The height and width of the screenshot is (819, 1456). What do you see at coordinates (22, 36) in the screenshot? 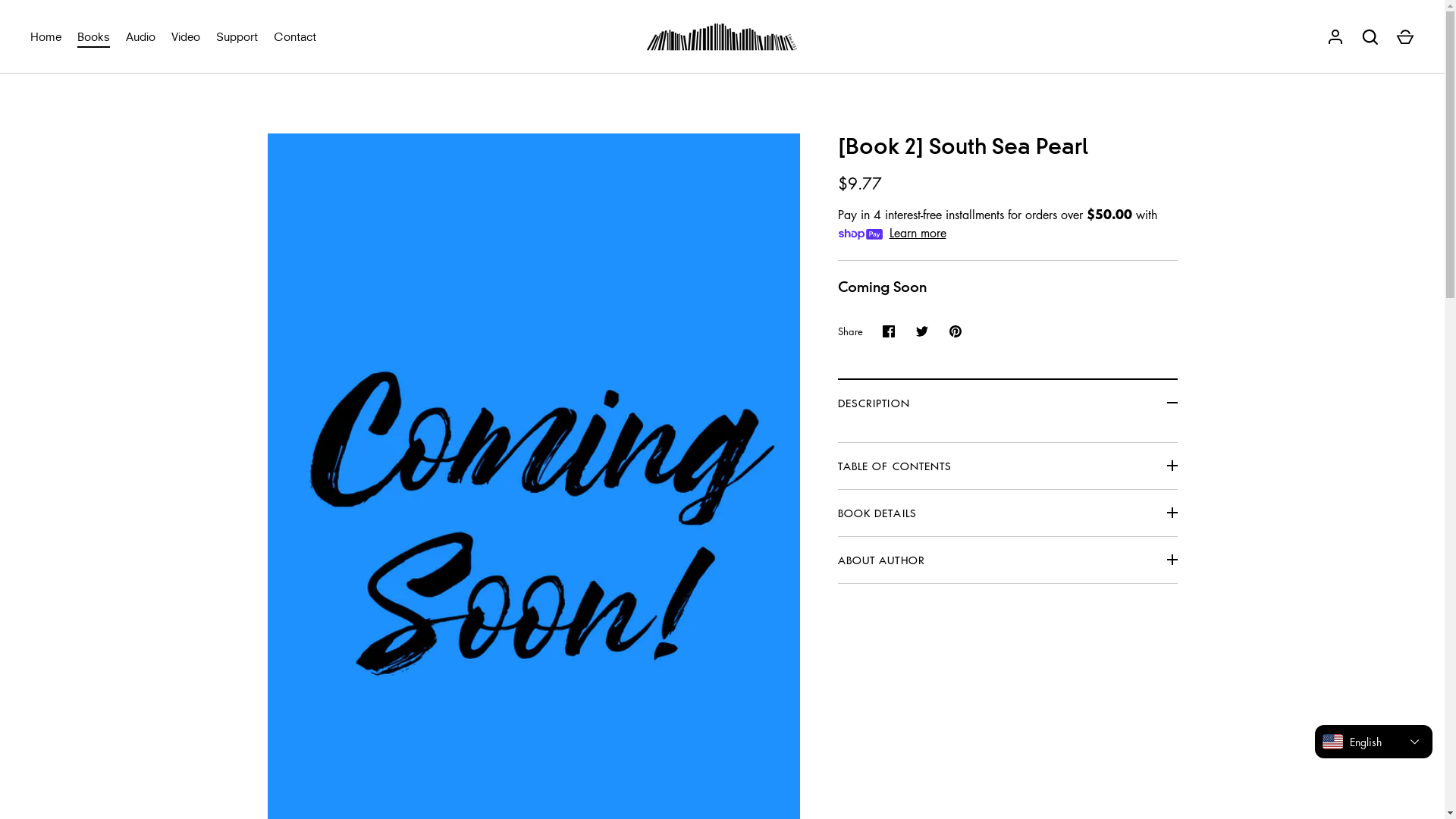
I see `'Home'` at bounding box center [22, 36].